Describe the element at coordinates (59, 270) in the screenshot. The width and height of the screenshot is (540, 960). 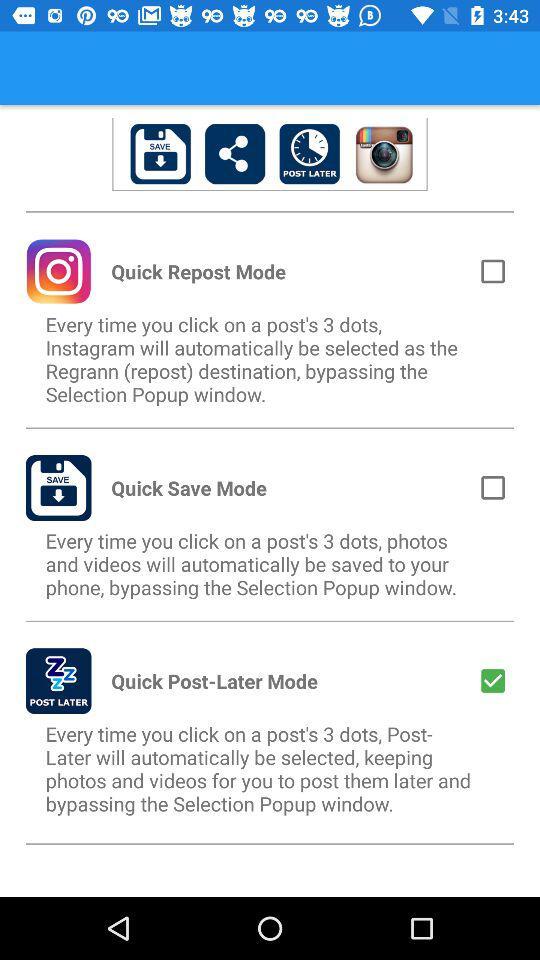
I see `the icon beside quick repost mode` at that location.